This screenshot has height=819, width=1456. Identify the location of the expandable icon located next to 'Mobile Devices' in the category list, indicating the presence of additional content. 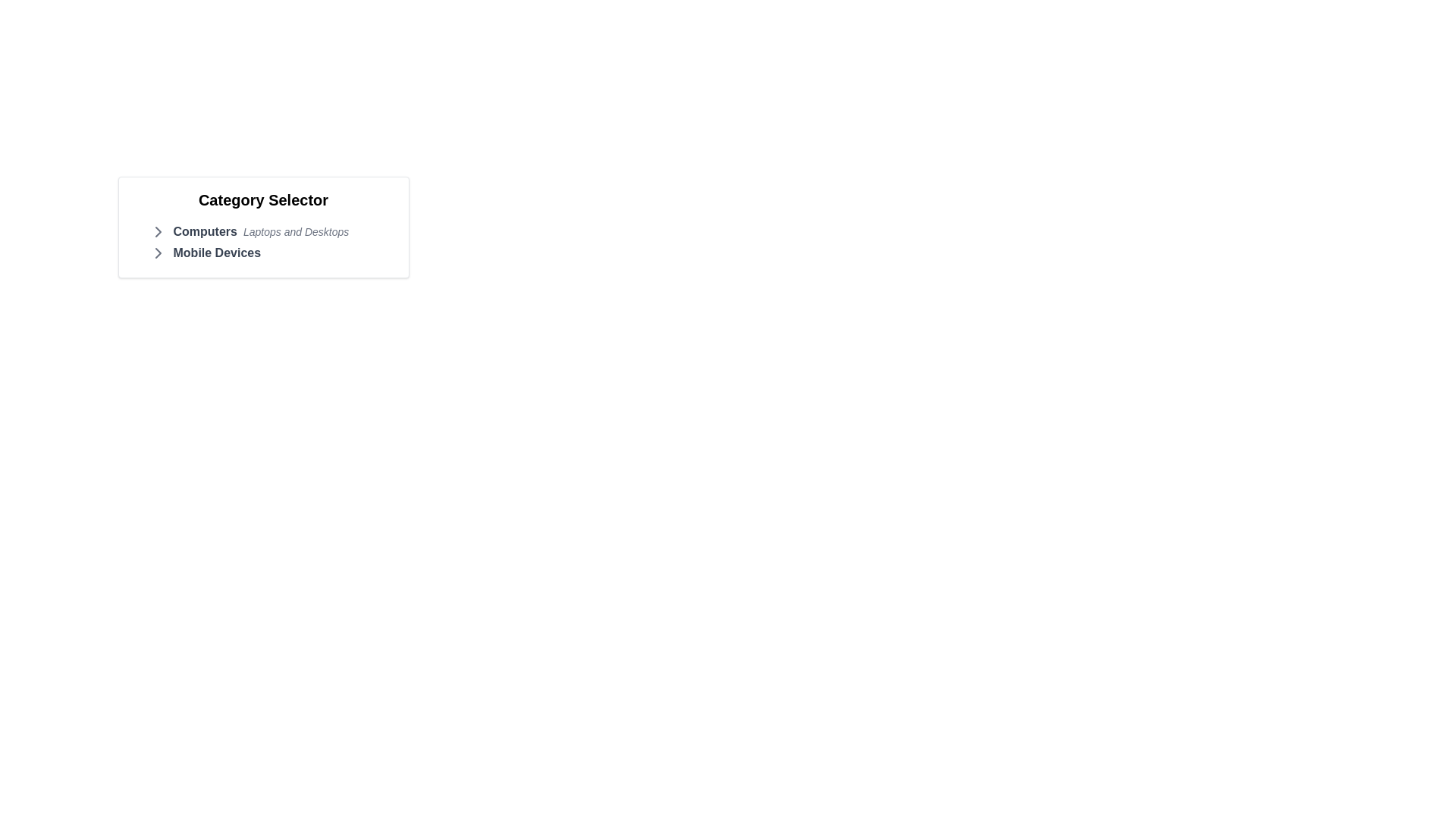
(158, 231).